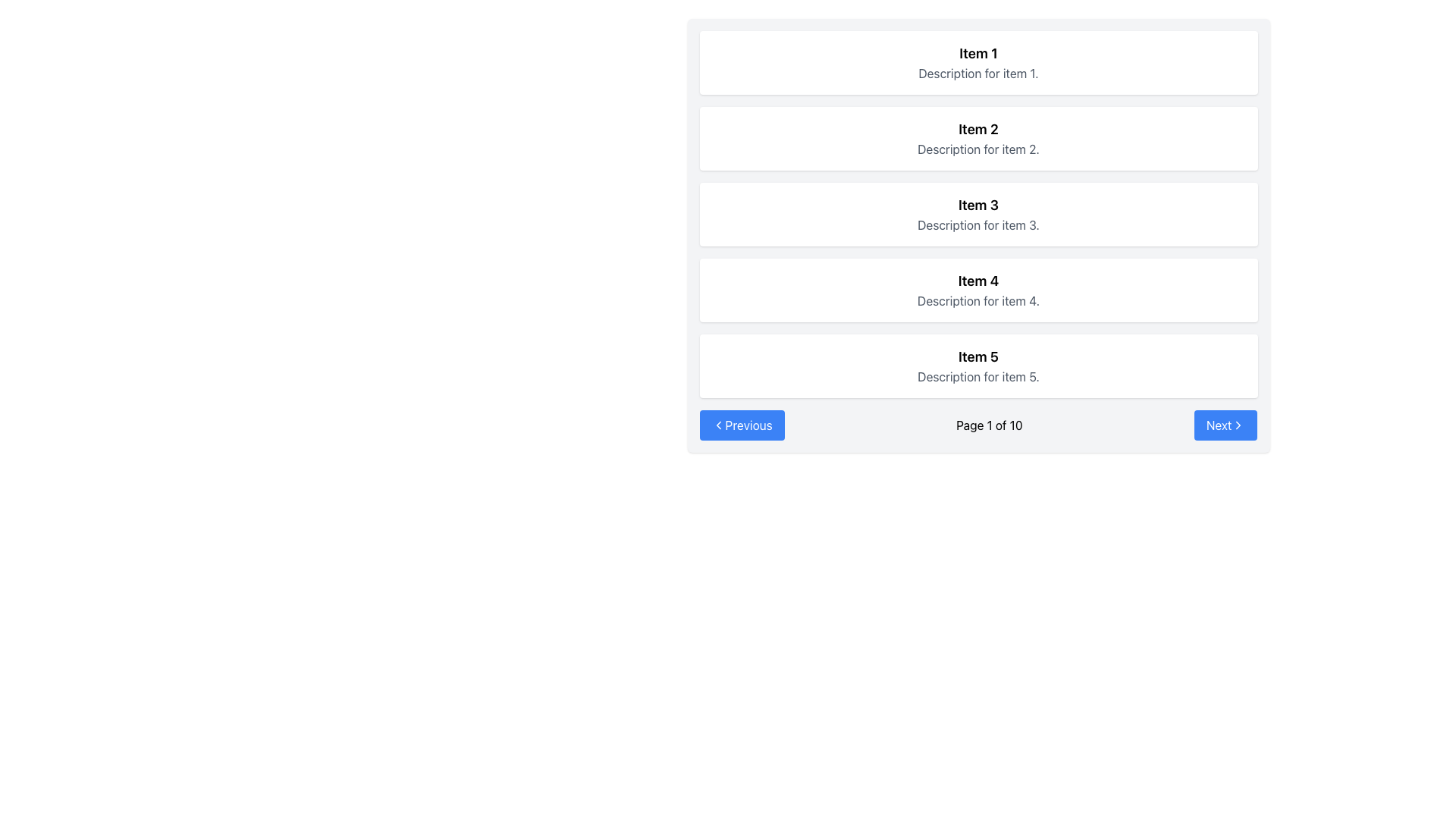 This screenshot has width=1456, height=819. I want to click on the Text label providing additional details for 'Item 2', located directly below the 'Item 2' label on the second card in a vertically stacked list of cards, so click(978, 149).